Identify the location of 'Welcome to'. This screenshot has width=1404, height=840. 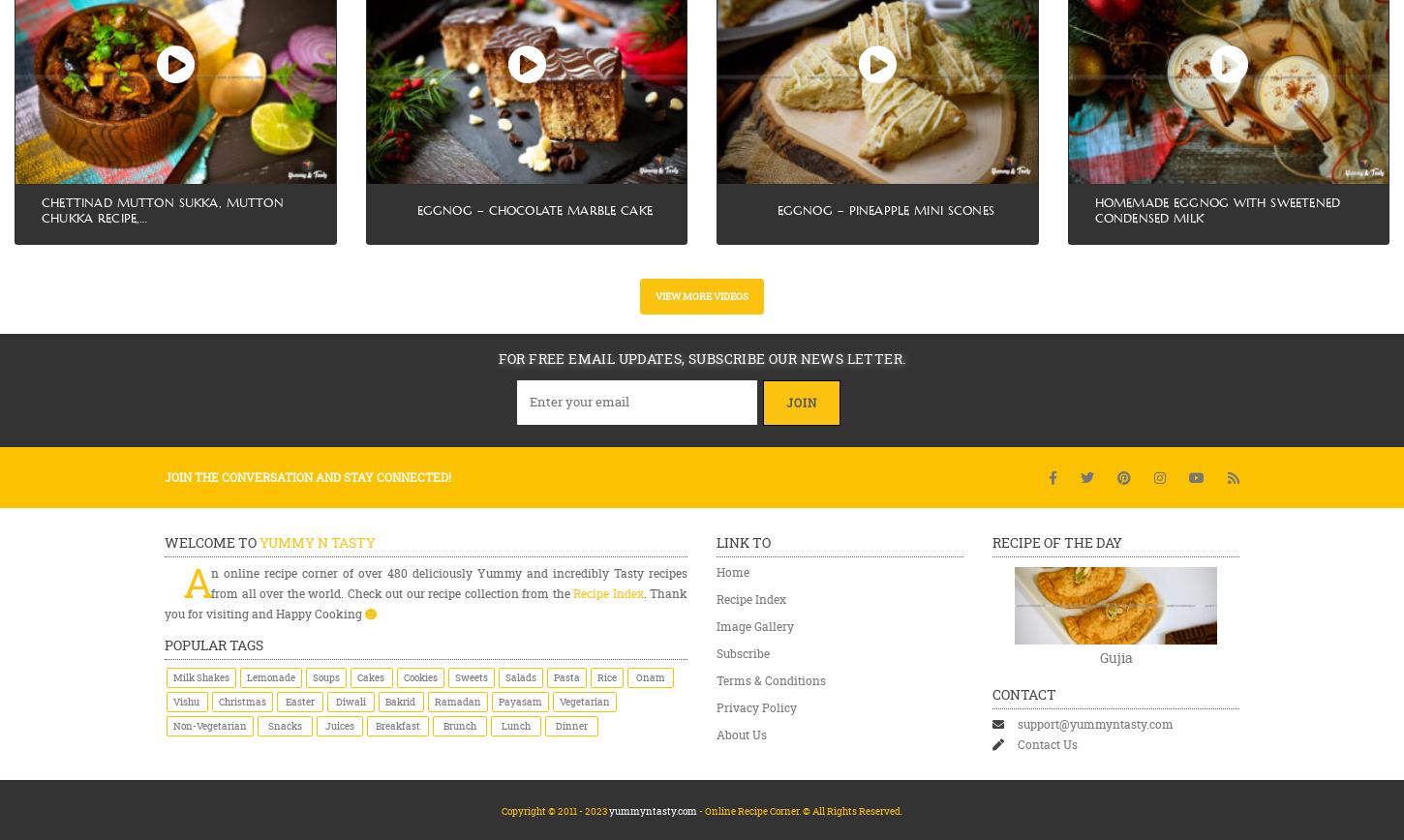
(210, 542).